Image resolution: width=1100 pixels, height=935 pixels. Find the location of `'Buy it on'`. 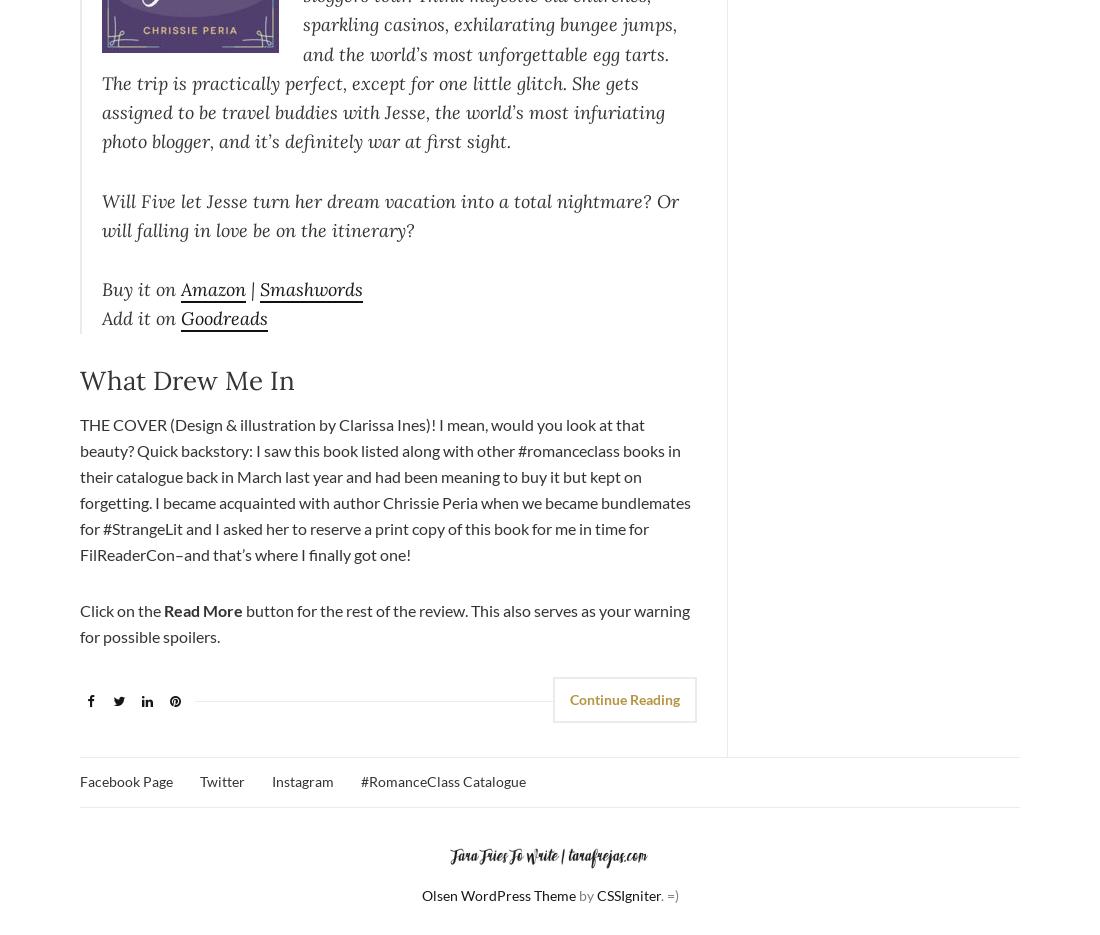

'Buy it on' is located at coordinates (140, 288).